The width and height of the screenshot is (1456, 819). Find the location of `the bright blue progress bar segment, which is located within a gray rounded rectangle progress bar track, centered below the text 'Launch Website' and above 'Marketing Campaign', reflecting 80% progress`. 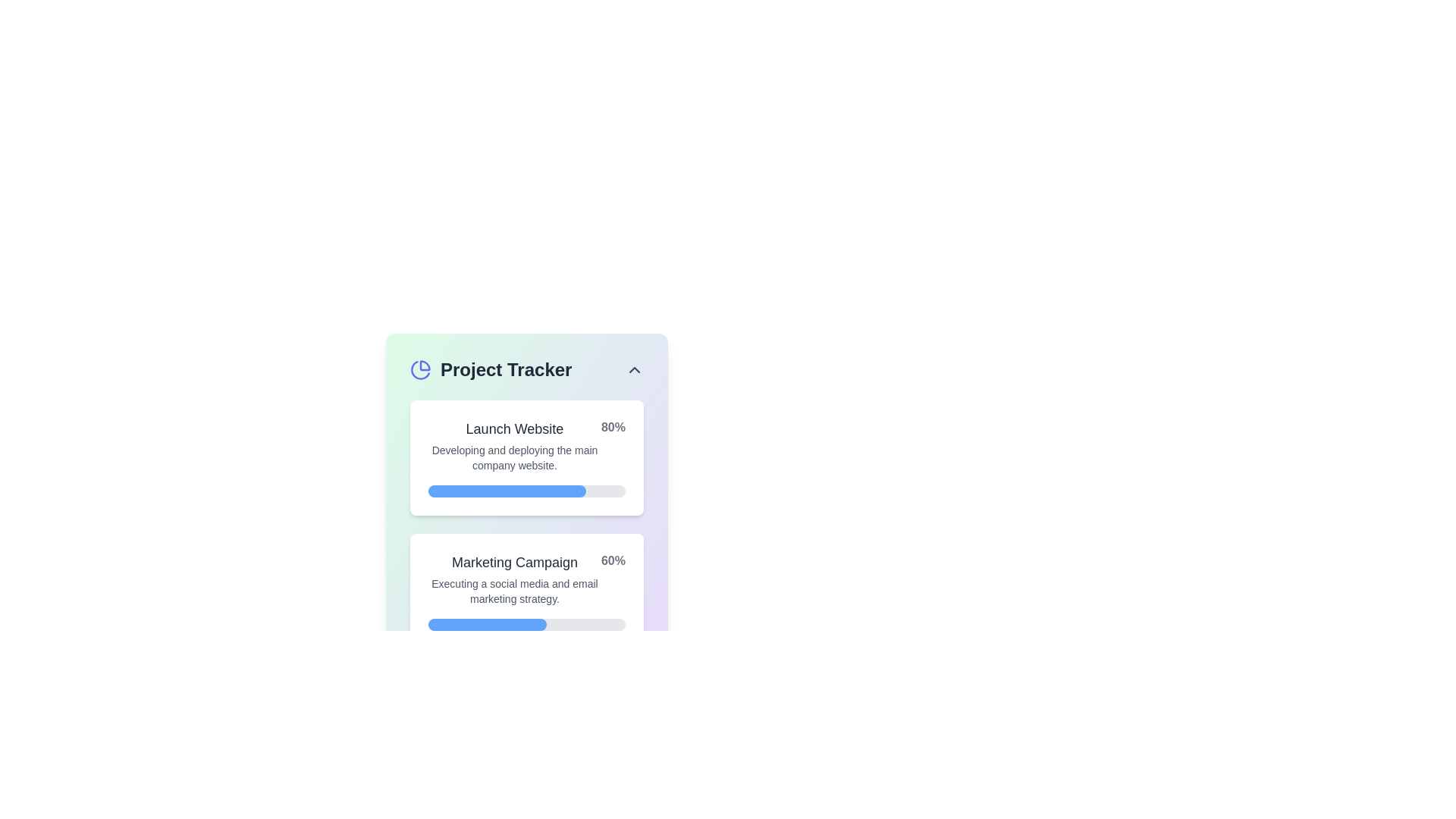

the bright blue progress bar segment, which is located within a gray rounded rectangle progress bar track, centered below the text 'Launch Website' and above 'Marketing Campaign', reflecting 80% progress is located at coordinates (507, 491).